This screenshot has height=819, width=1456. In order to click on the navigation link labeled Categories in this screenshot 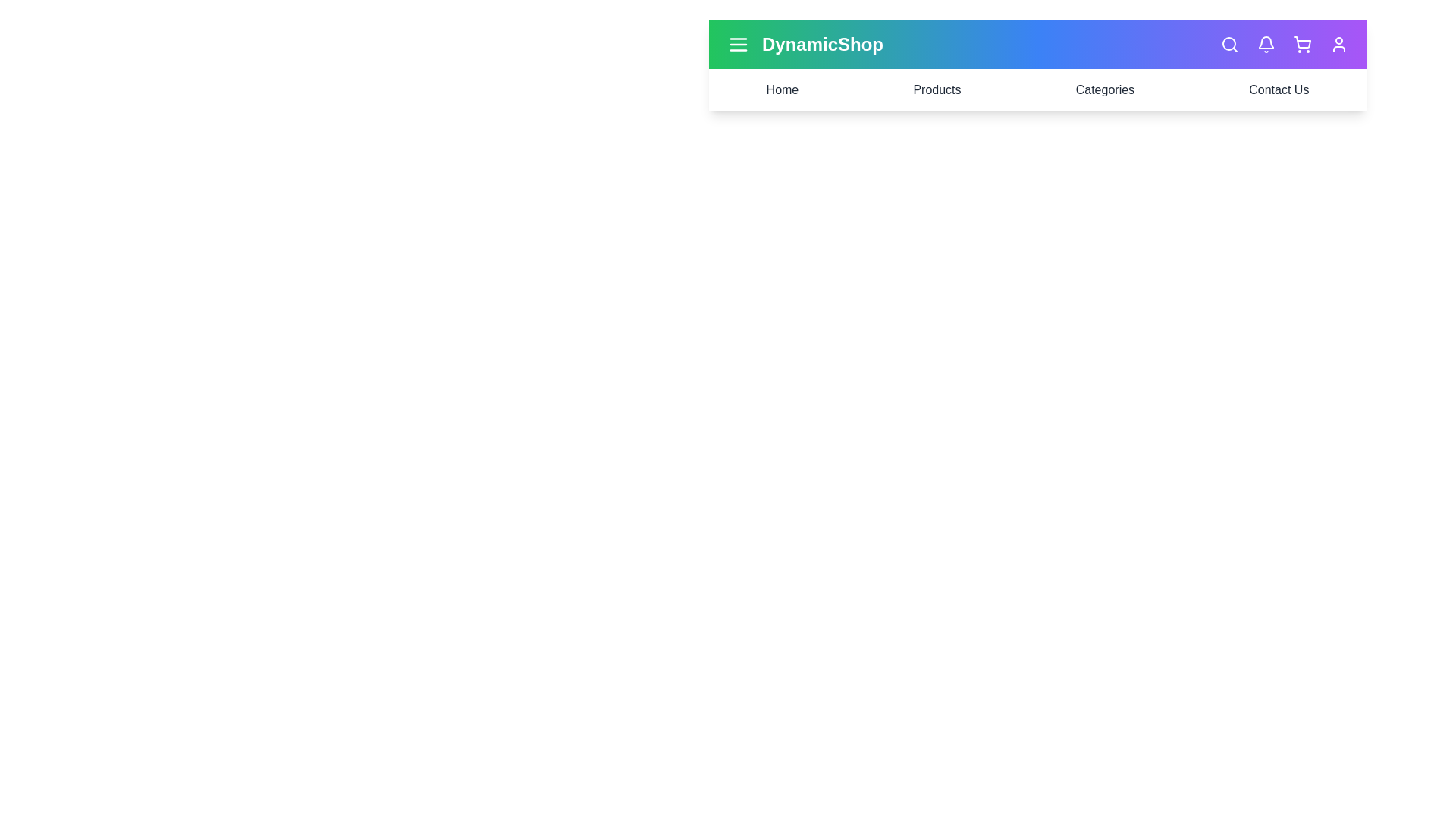, I will do `click(1105, 90)`.